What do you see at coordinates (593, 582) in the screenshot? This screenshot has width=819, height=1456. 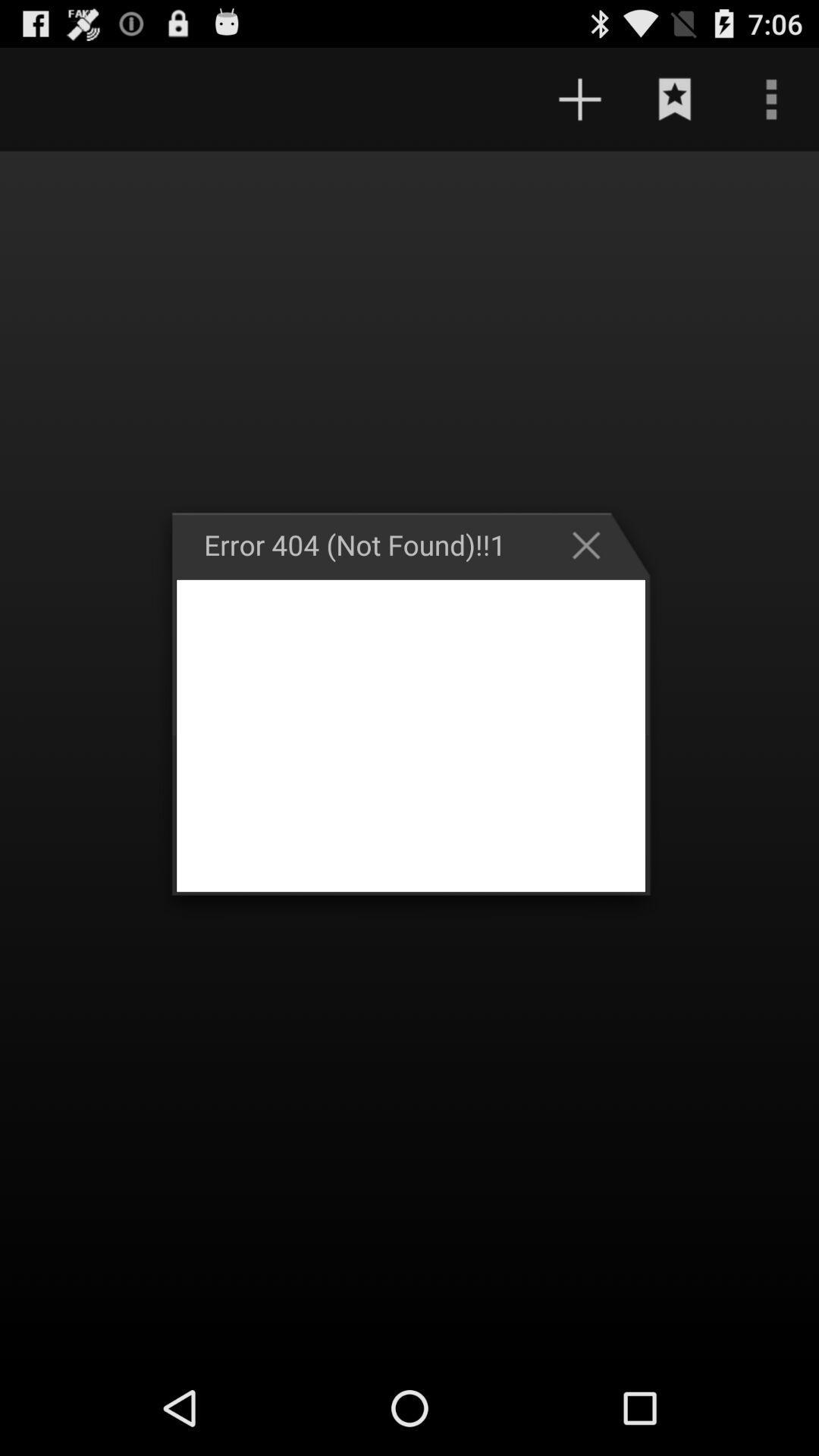 I see `the close icon` at bounding box center [593, 582].